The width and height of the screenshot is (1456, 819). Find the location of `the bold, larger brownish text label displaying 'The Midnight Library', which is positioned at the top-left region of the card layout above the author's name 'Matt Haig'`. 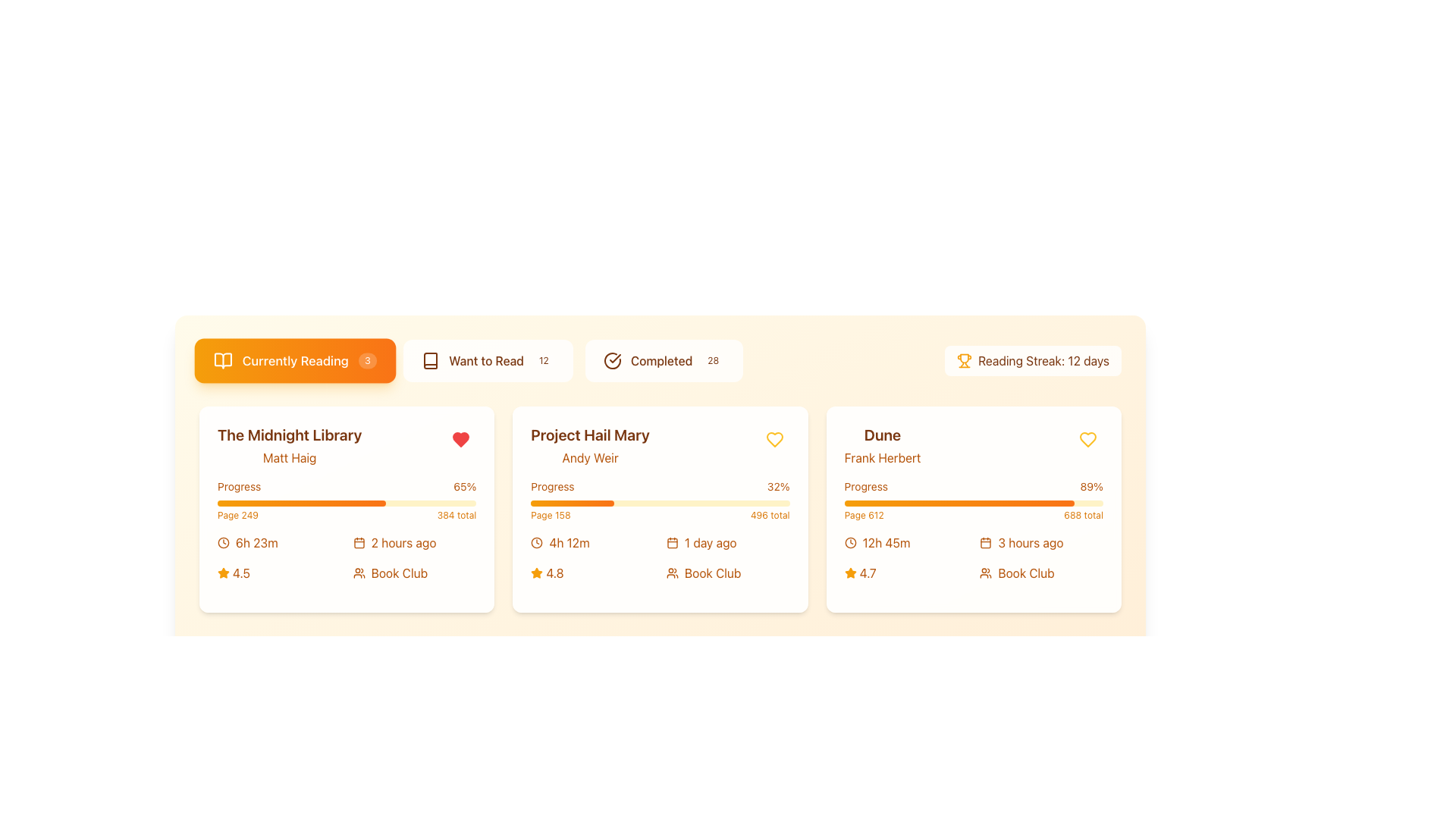

the bold, larger brownish text label displaying 'The Midnight Library', which is positioned at the top-left region of the card layout above the author's name 'Matt Haig' is located at coordinates (290, 435).